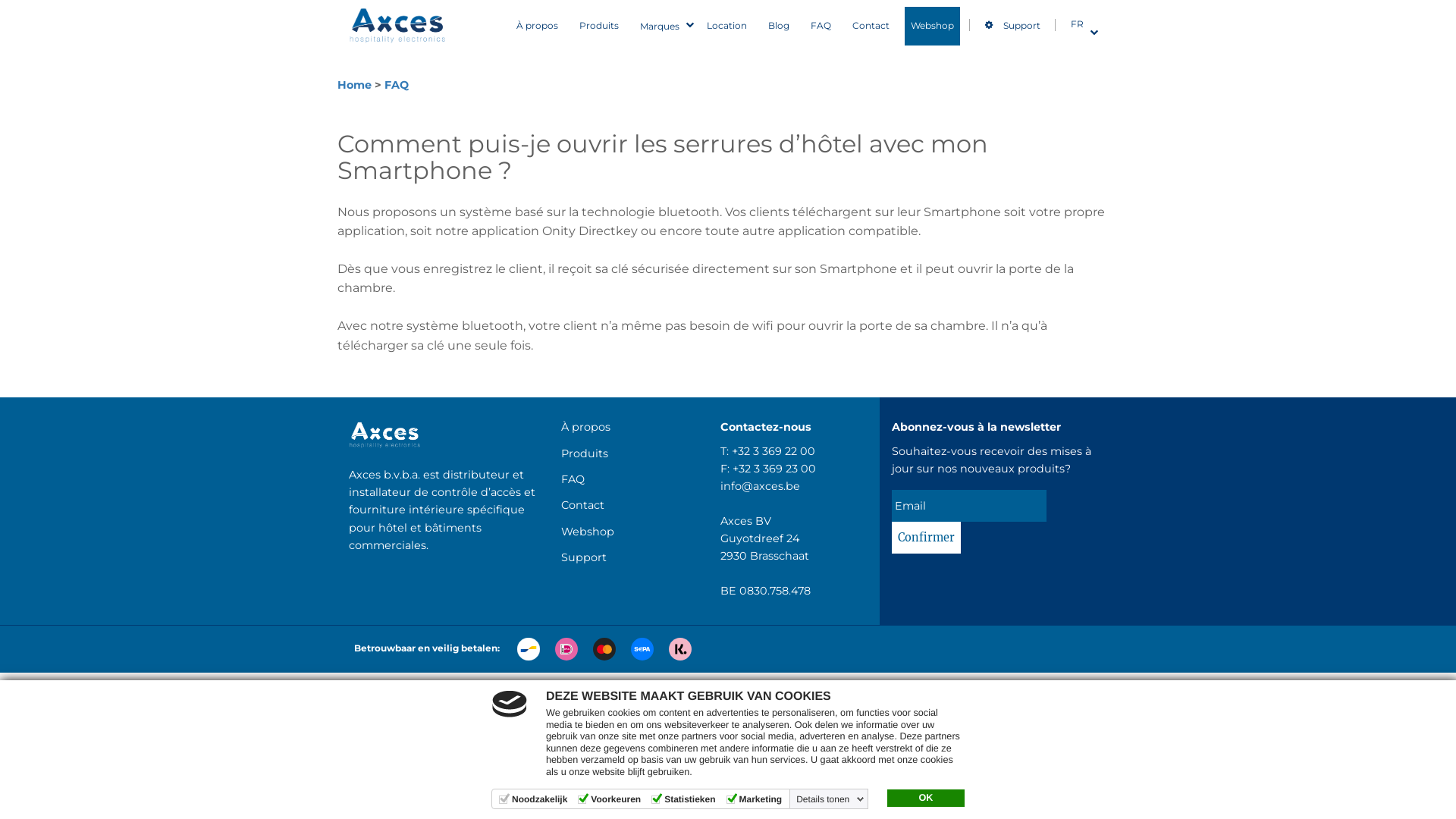 The width and height of the screenshot is (1456, 819). Describe the element at coordinates (702, 688) in the screenshot. I see `'Termes et conditions'` at that location.